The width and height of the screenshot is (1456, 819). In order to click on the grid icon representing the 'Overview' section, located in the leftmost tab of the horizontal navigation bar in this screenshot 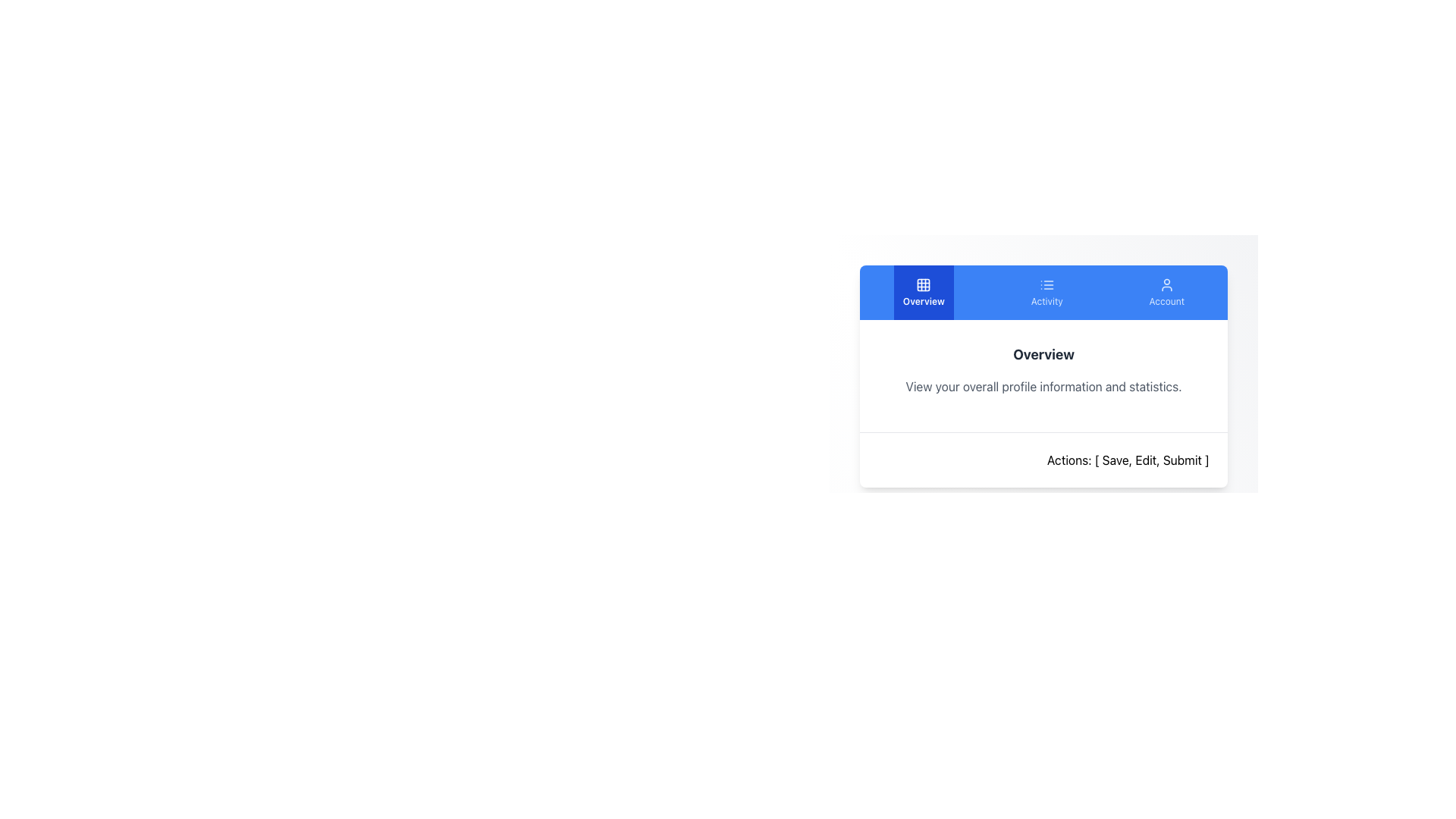, I will do `click(923, 284)`.